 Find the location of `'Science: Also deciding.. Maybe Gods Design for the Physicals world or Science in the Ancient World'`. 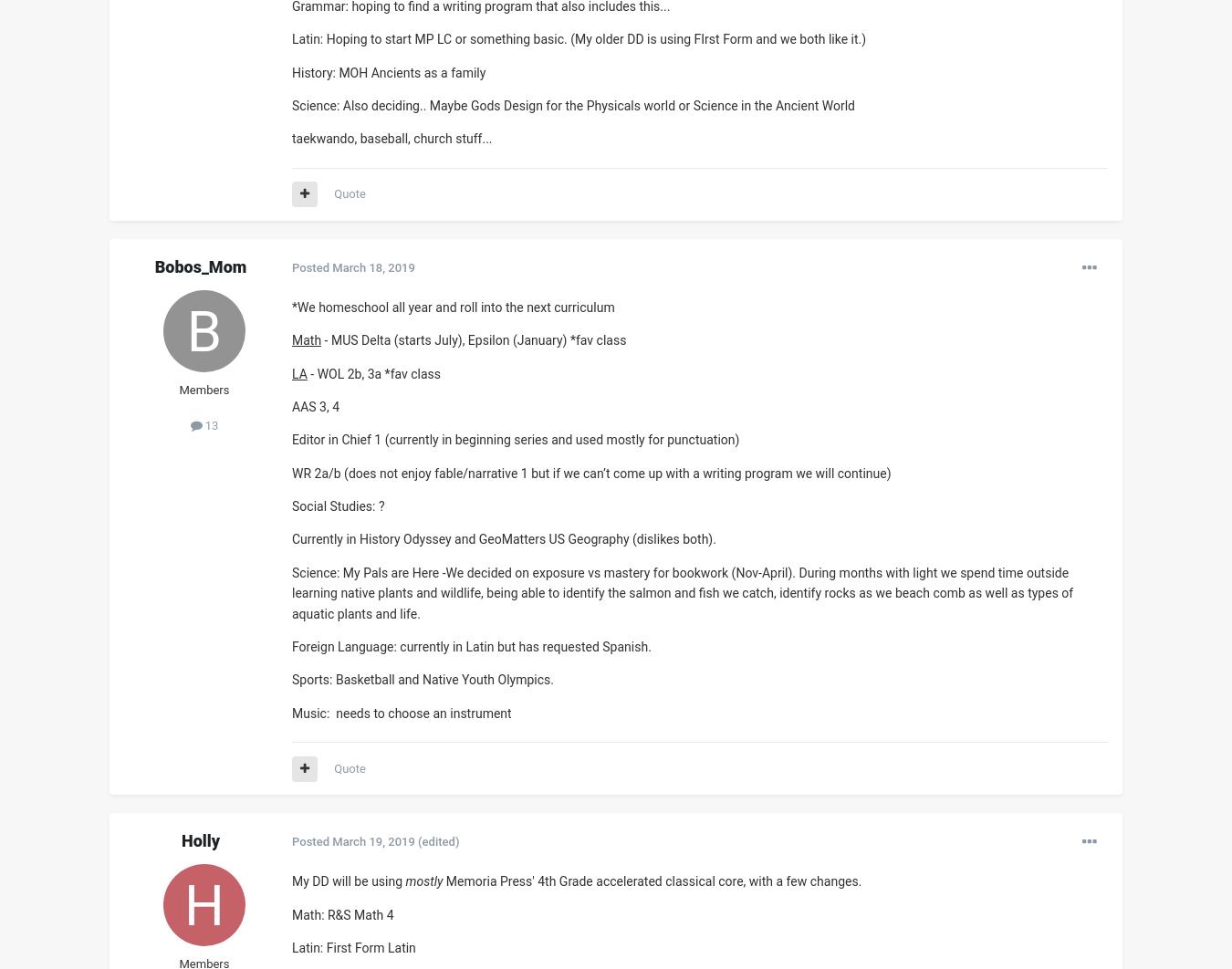

'Science: Also deciding.. Maybe Gods Design for the Physicals world or Science in the Ancient World' is located at coordinates (290, 105).